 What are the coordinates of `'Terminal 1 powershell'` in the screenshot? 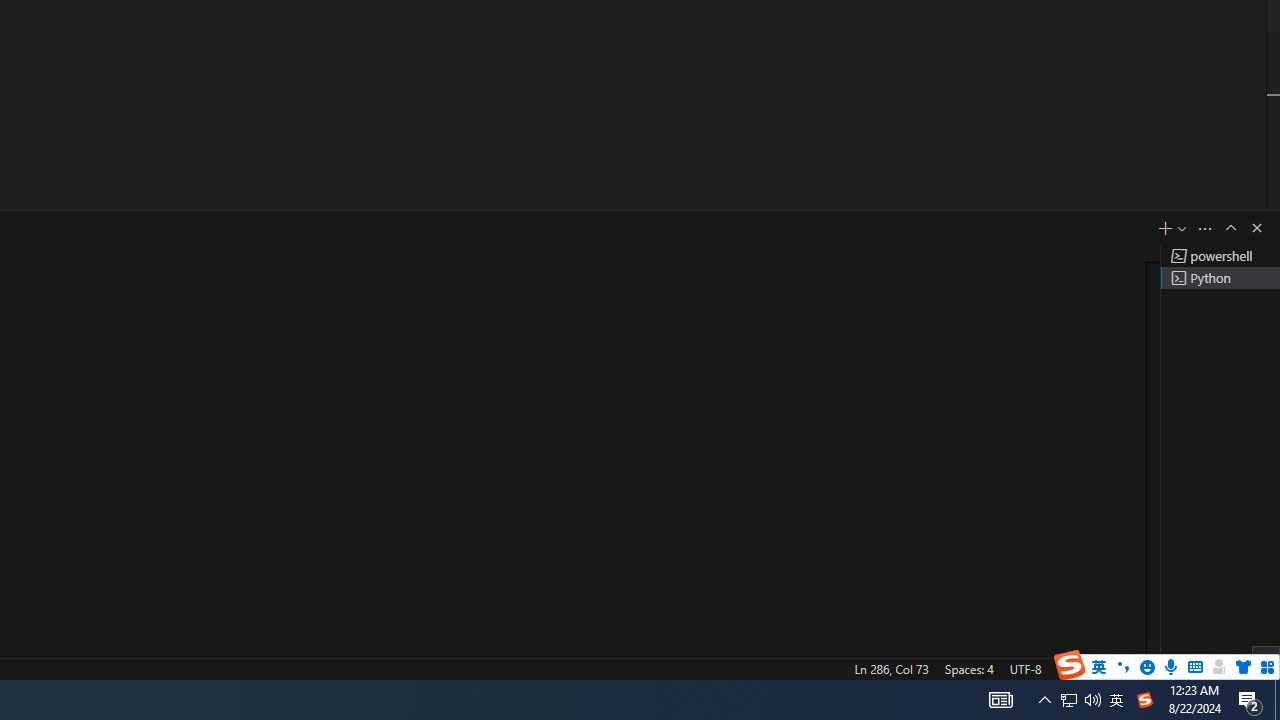 It's located at (1219, 254).